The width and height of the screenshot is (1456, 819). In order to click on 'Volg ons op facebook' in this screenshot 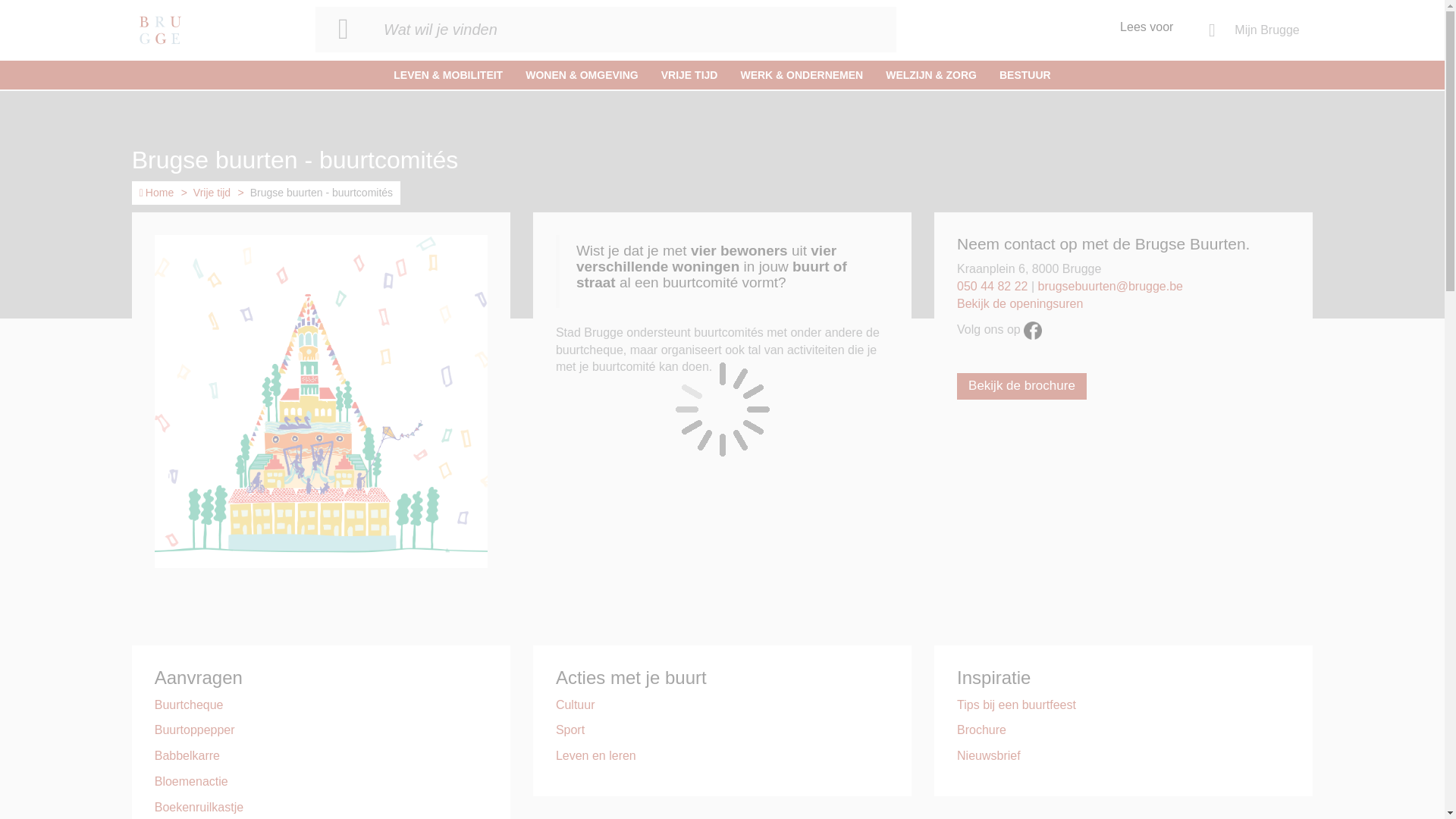, I will do `click(1032, 328)`.